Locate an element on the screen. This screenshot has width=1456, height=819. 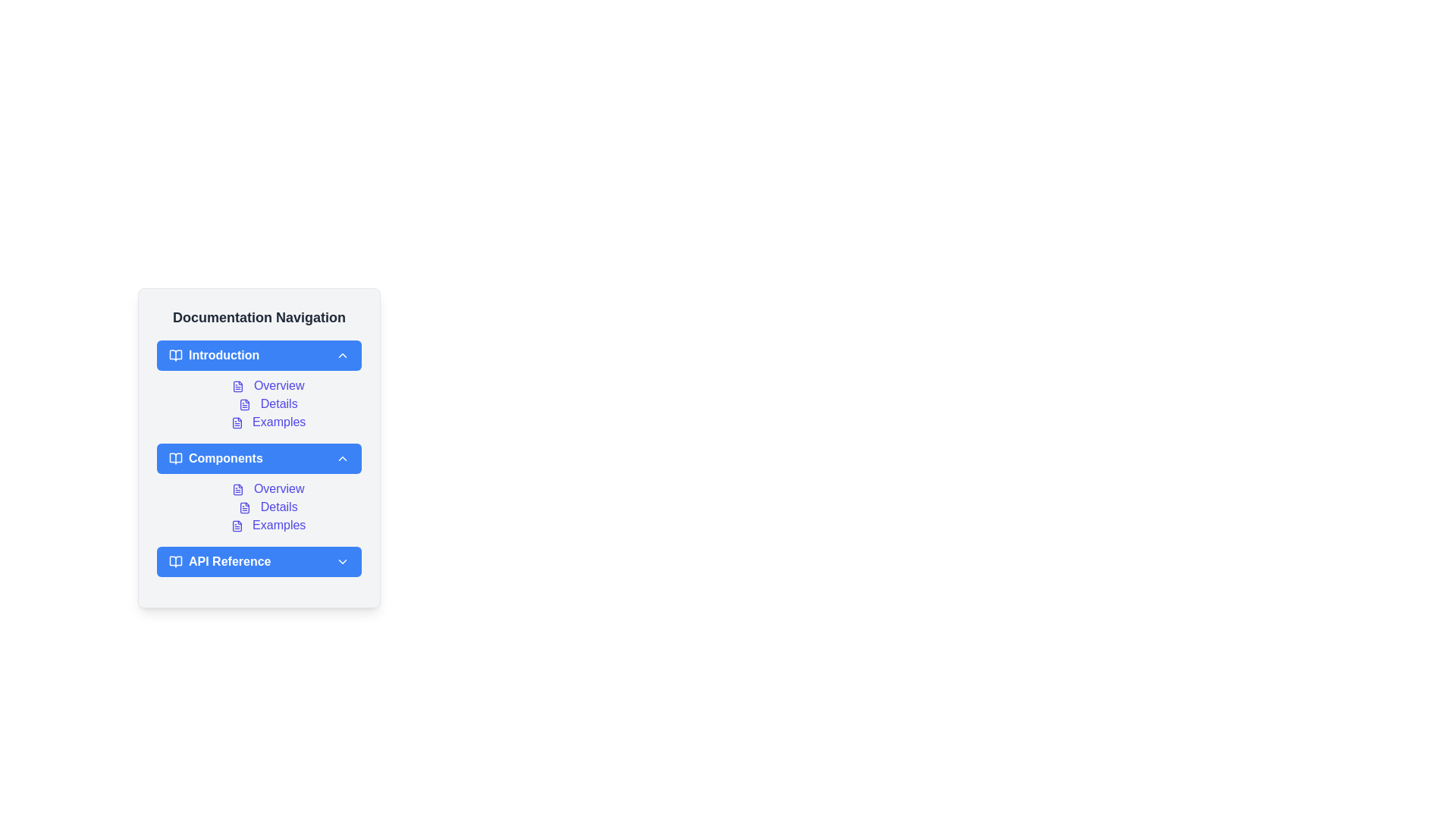
the open book icon located to the left of the 'Introduction' text in the 'Documentation Navigation' menu is located at coordinates (175, 356).